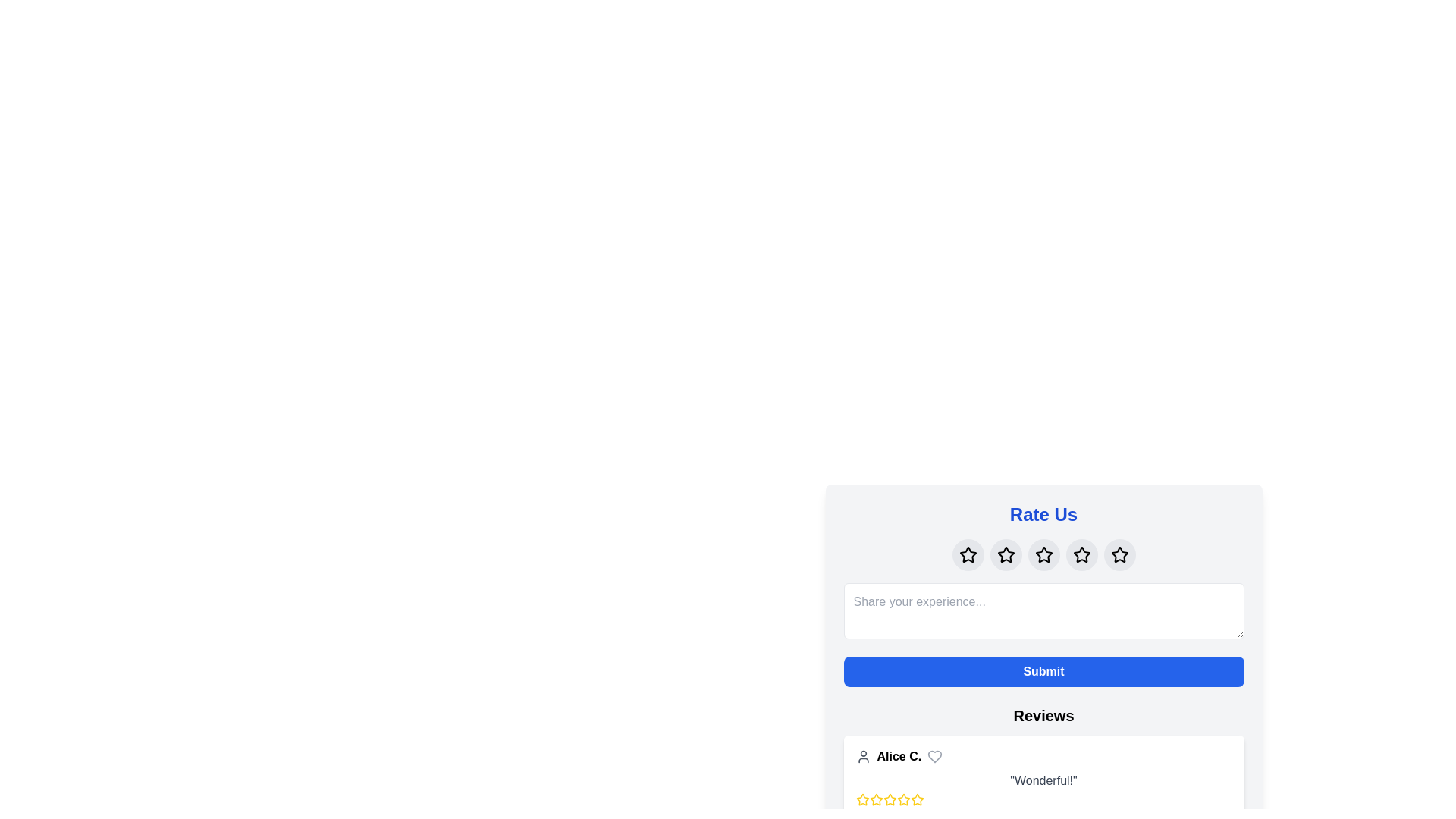 Image resolution: width=1456 pixels, height=819 pixels. I want to click on the first star icon from the left in the row of five stars to indicate a rating in the 'Rate Us' section, so click(967, 554).